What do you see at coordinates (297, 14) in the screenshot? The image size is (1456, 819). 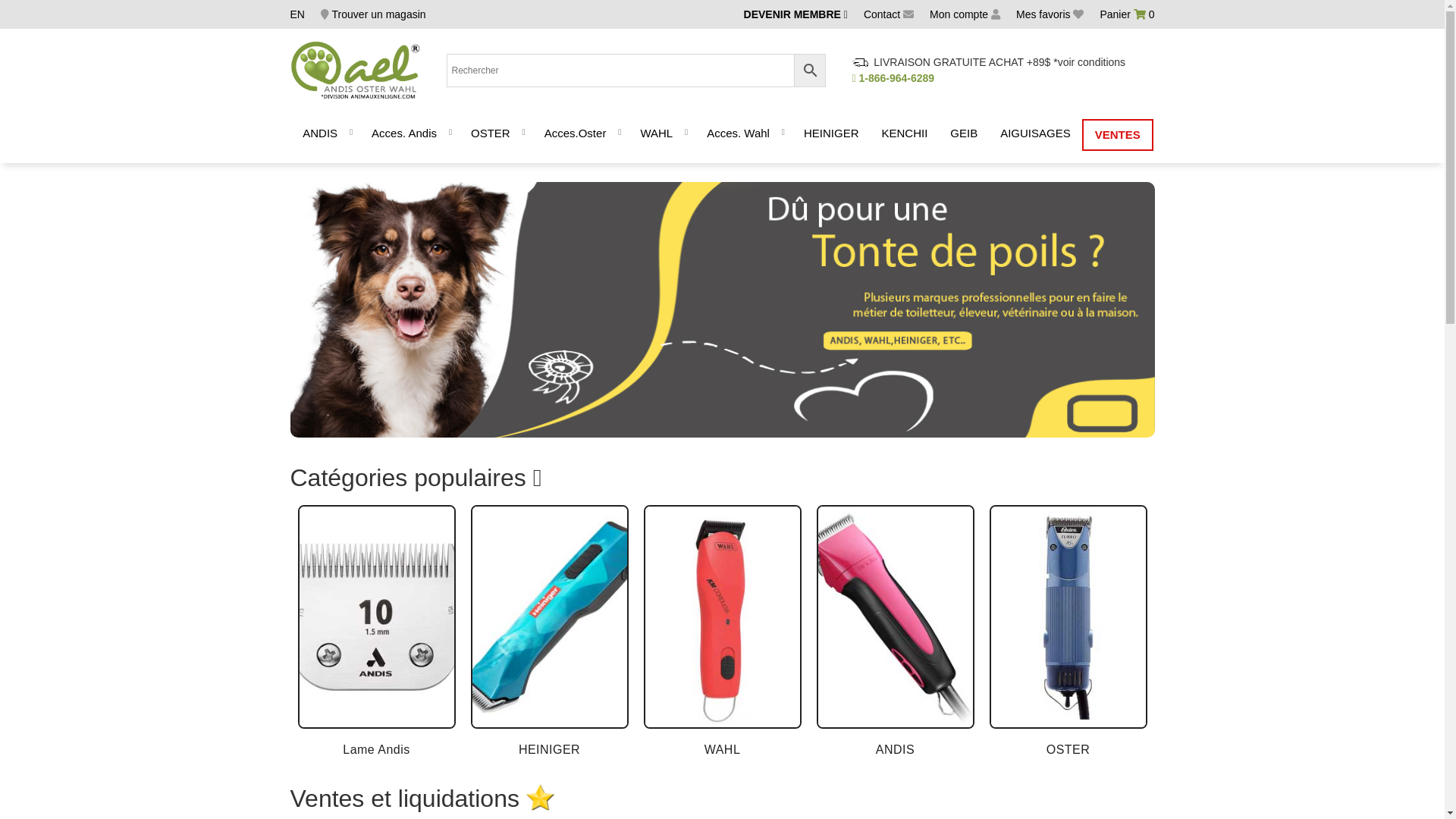 I see `'EN'` at bounding box center [297, 14].